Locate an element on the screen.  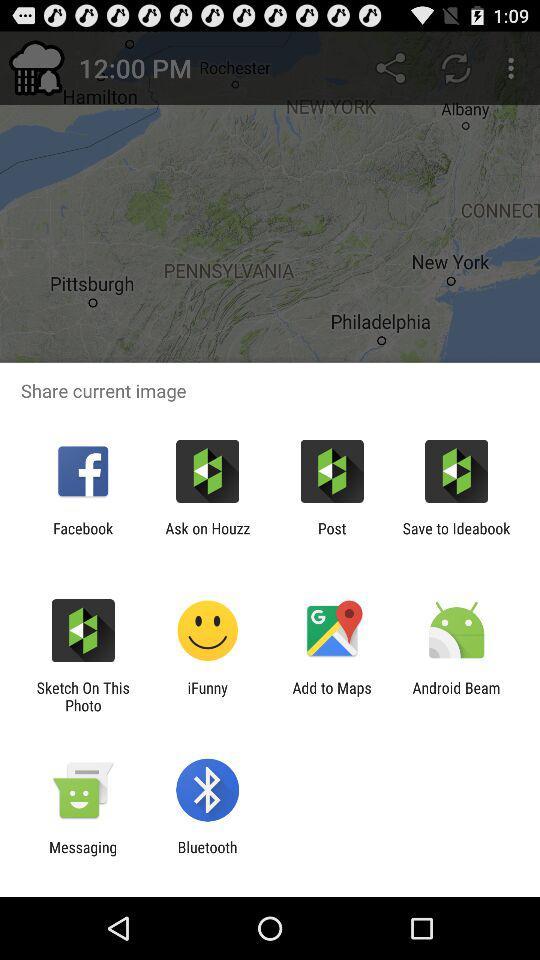
item to the right of post app is located at coordinates (456, 536).